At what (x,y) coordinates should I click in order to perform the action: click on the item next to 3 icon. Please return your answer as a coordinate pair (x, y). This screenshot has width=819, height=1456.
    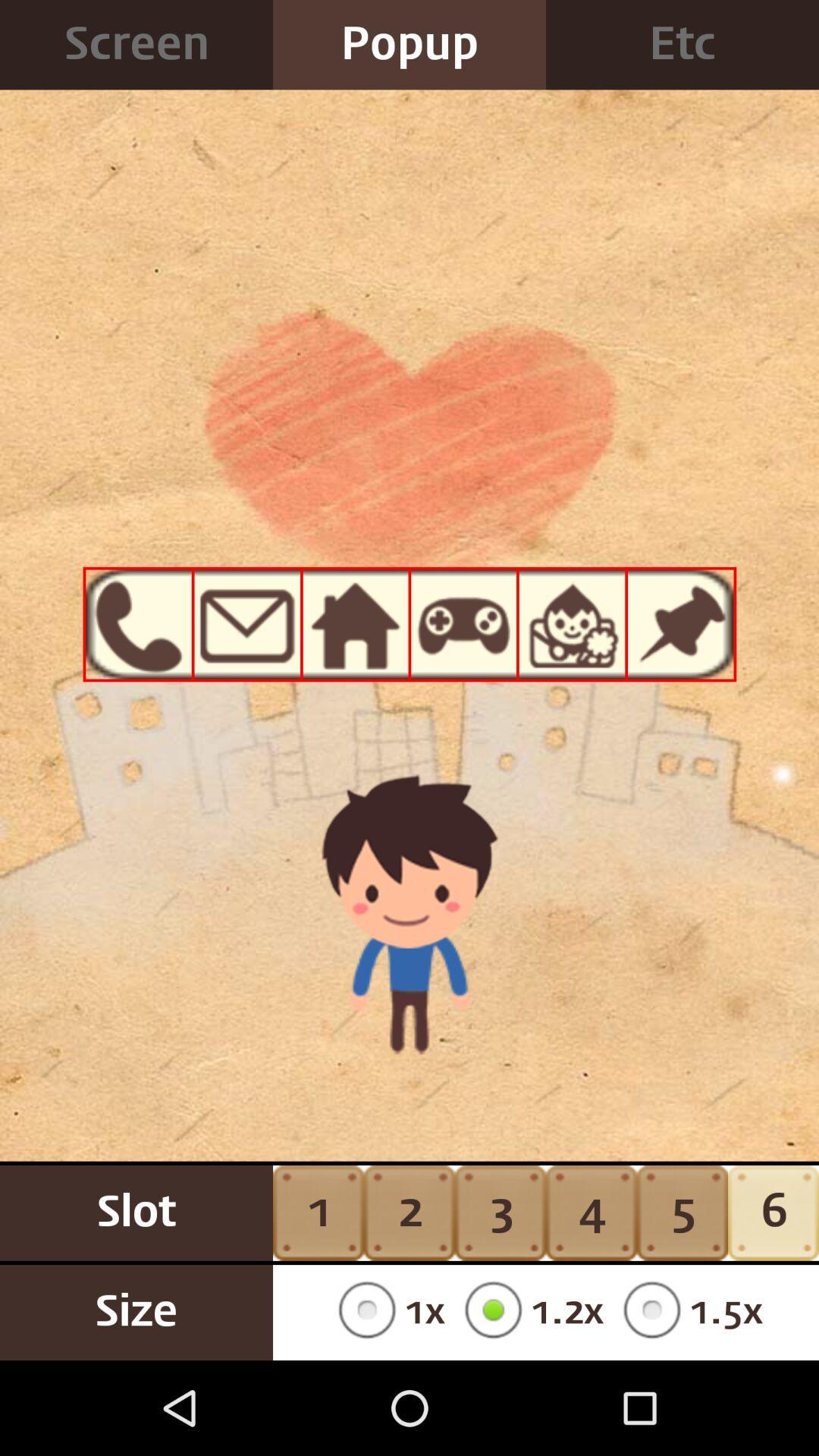
    Looking at the image, I should click on (590, 1212).